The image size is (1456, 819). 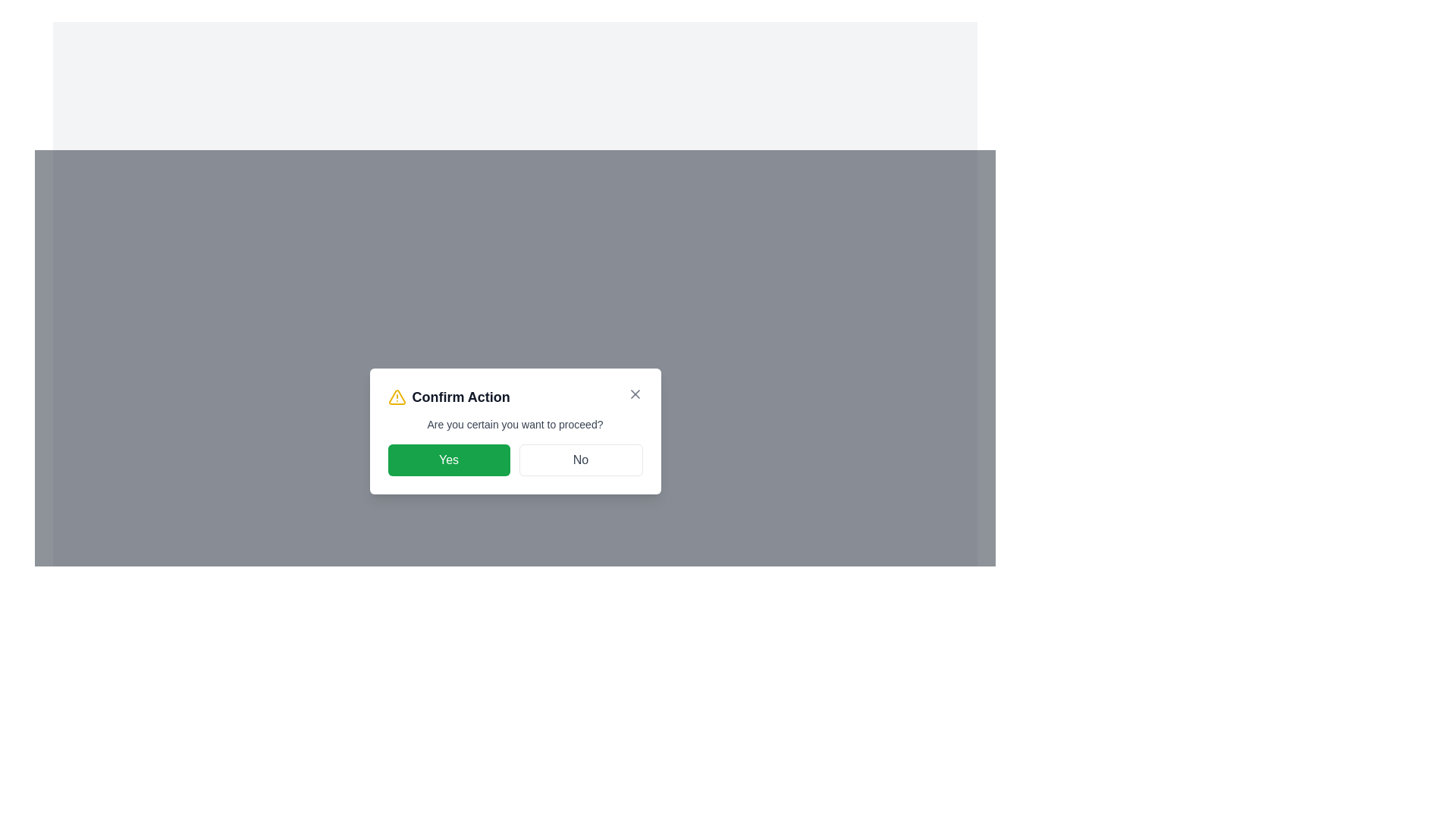 I want to click on the 'Yes' button on the left side of the horizontal button group in the dialog box to confirm the action, so click(x=447, y=459).